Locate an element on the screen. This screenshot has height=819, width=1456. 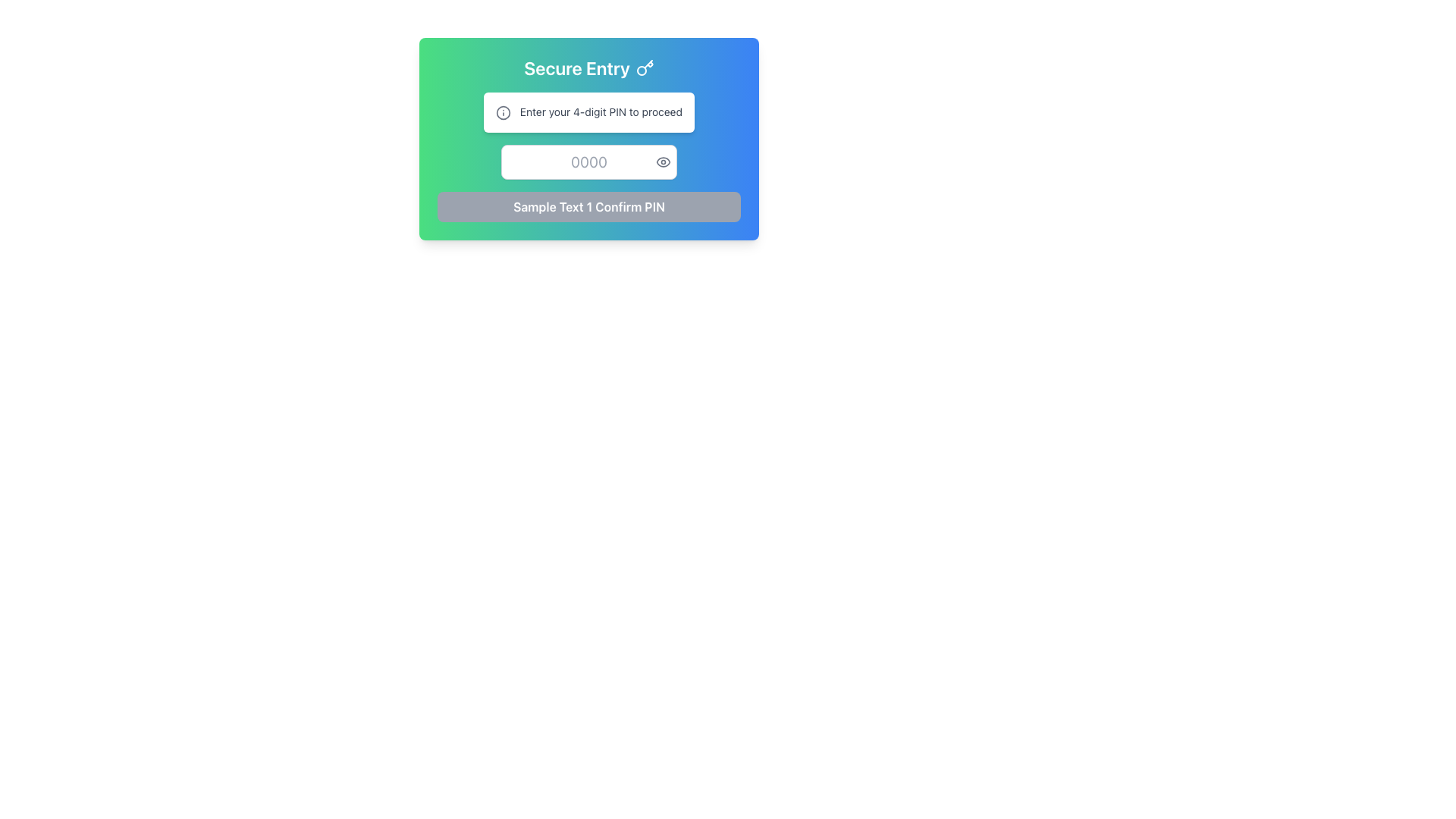
the small circular gray icon located to the immediate left of the text 'Enter your 4-digit PIN to proceed' is located at coordinates (504, 112).